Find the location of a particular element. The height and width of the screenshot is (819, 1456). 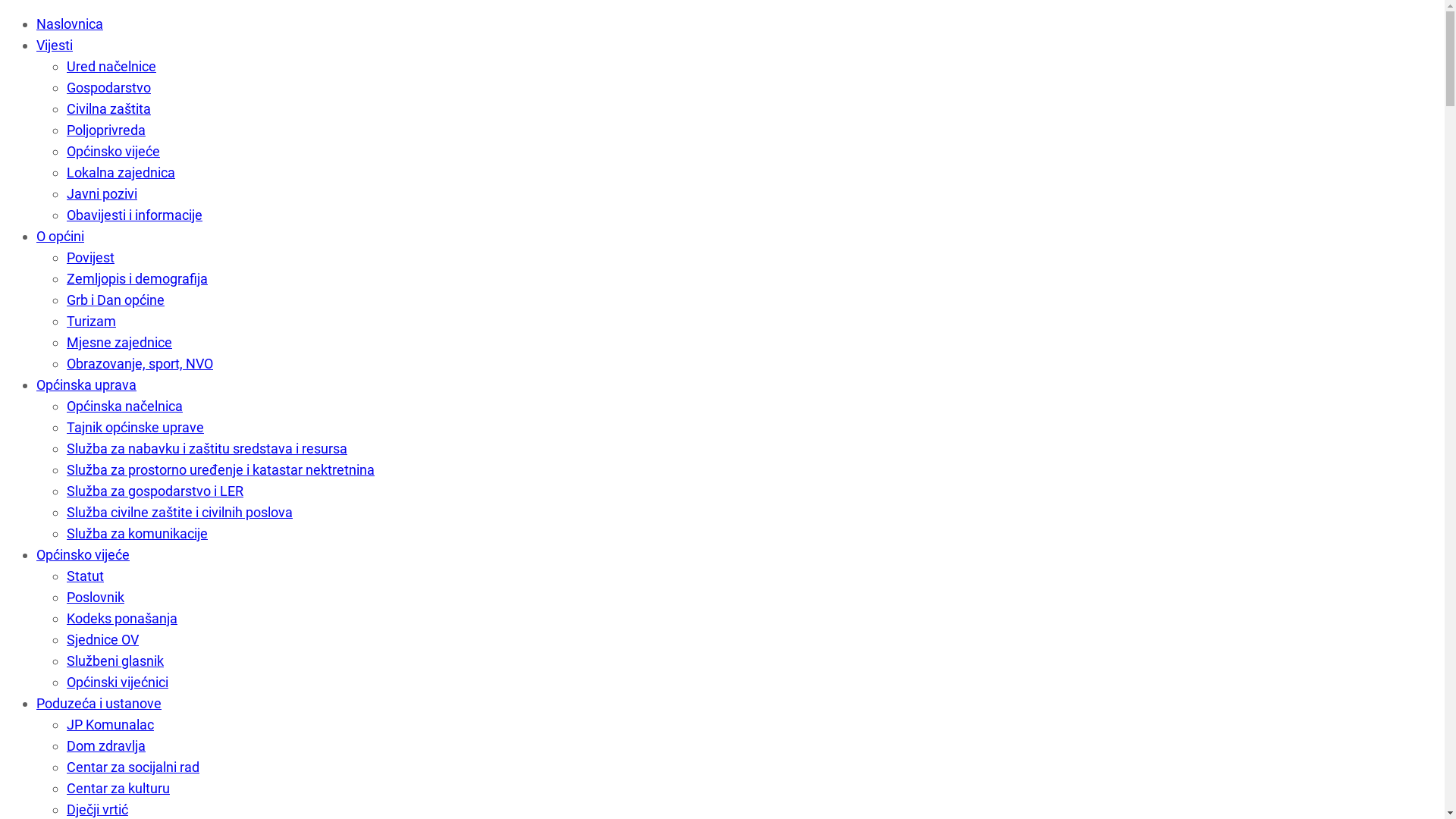

'Obrazovanje, sport, NVO' is located at coordinates (140, 363).